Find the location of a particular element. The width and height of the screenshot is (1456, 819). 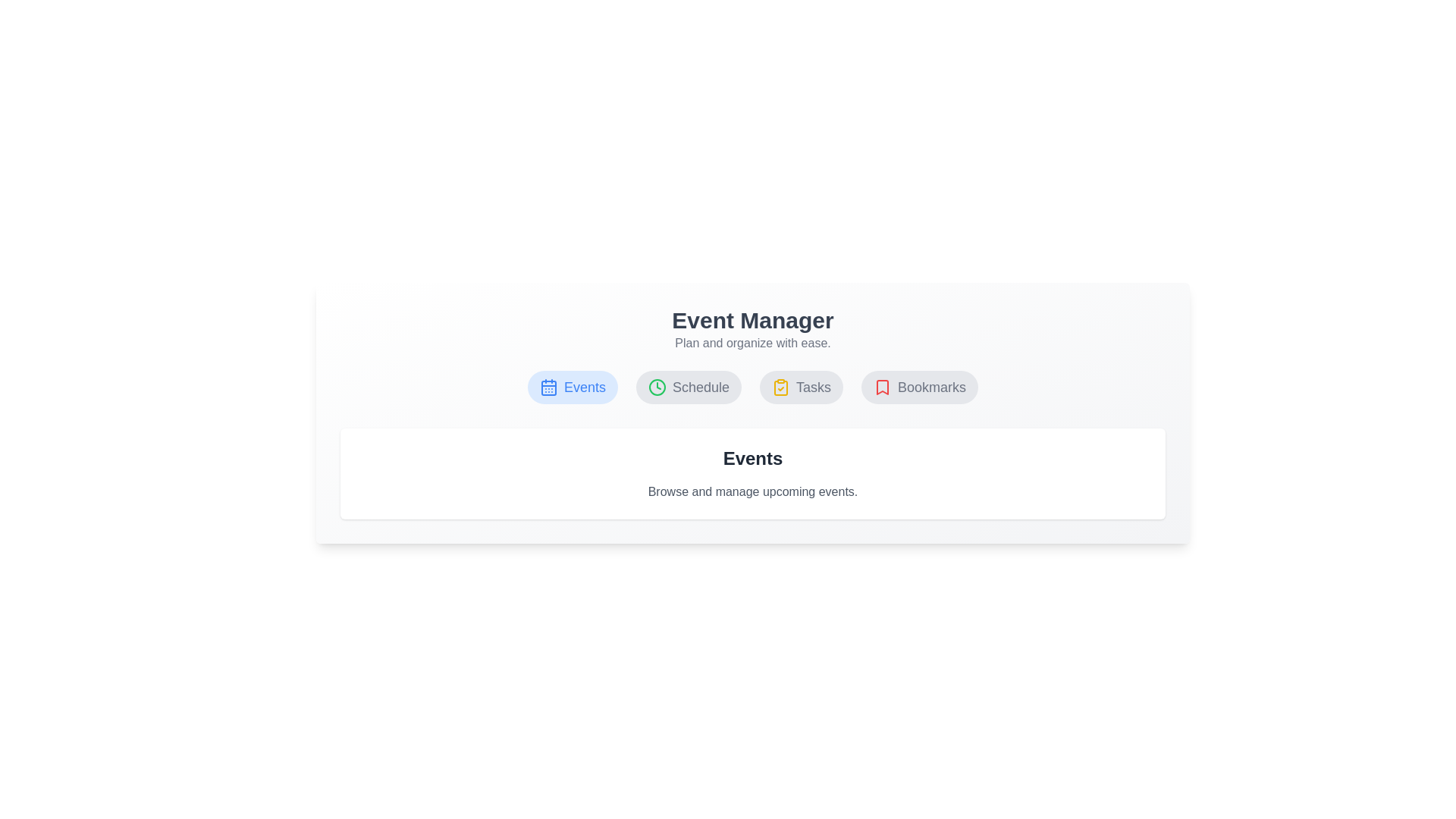

the tab labeled Bookmarks is located at coordinates (919, 386).